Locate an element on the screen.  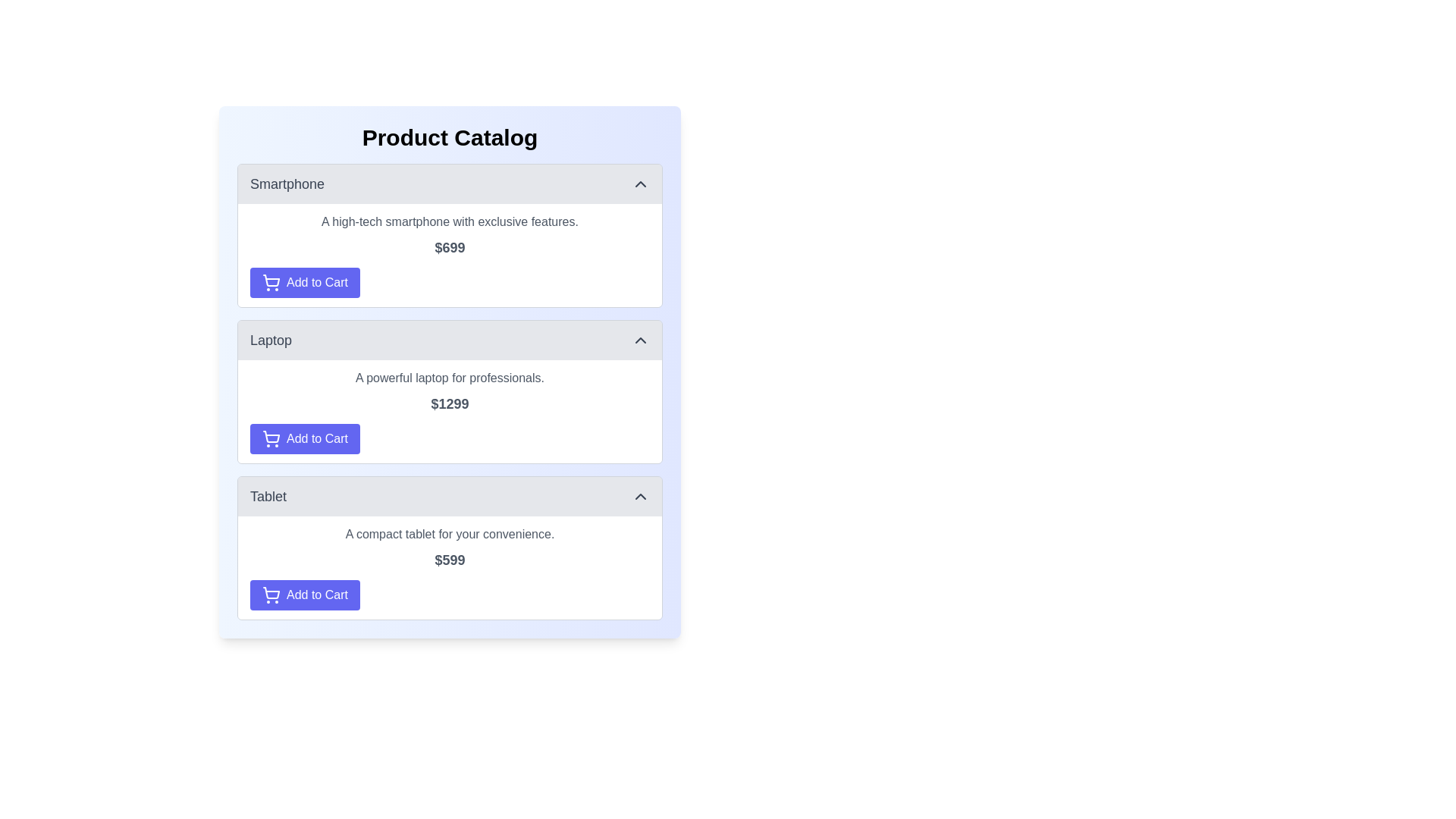
the Informational block displaying descriptive text and pricing information about the compact tablet device located in the 'Tablet' product card, below the title and above the 'Add to Cart' button is located at coordinates (449, 567).